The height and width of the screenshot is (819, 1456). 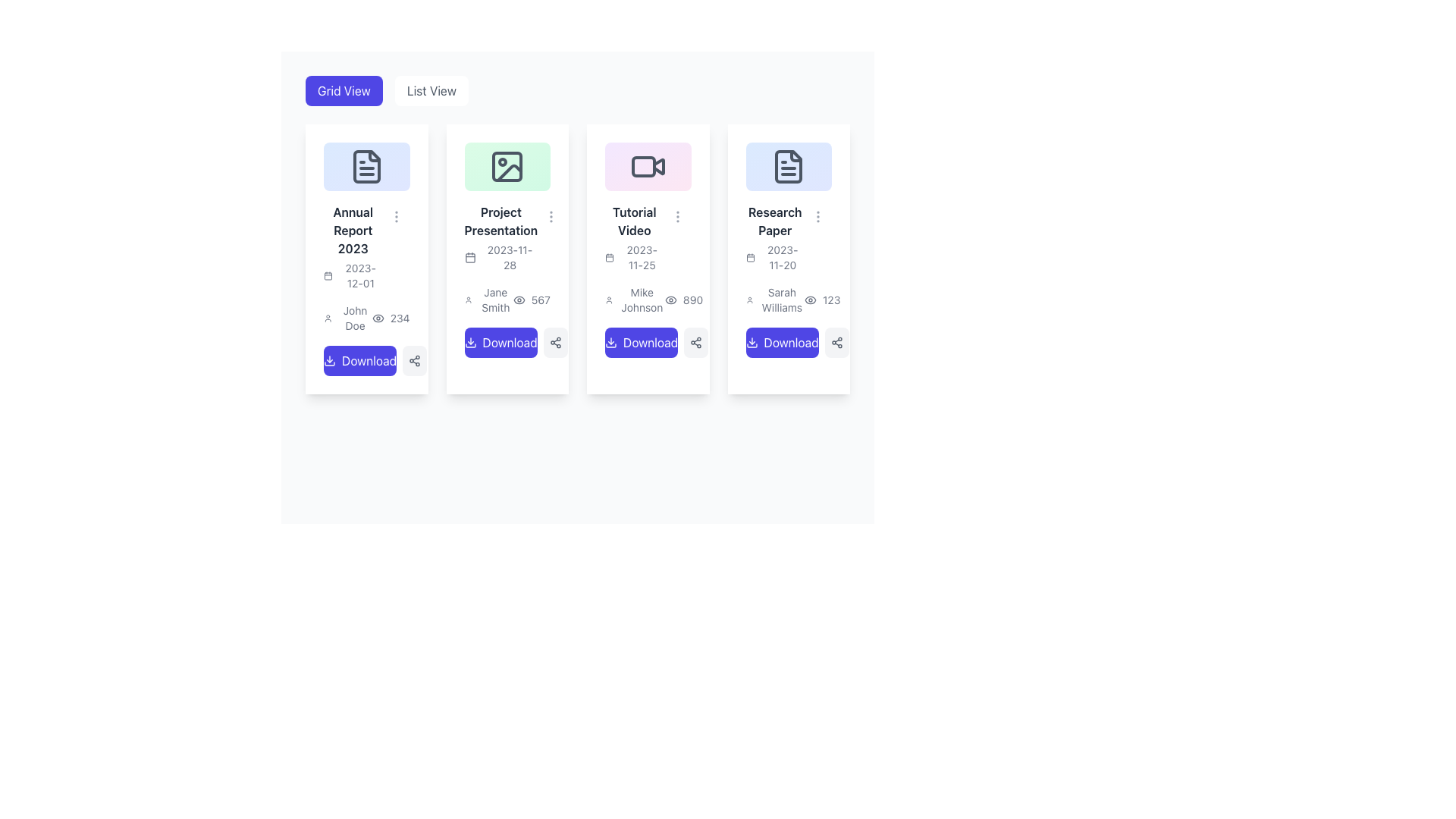 I want to click on the static text displaying the number '890', which is located in the third card from the left in the grid layout, adjacent to an eye icon, so click(x=692, y=300).